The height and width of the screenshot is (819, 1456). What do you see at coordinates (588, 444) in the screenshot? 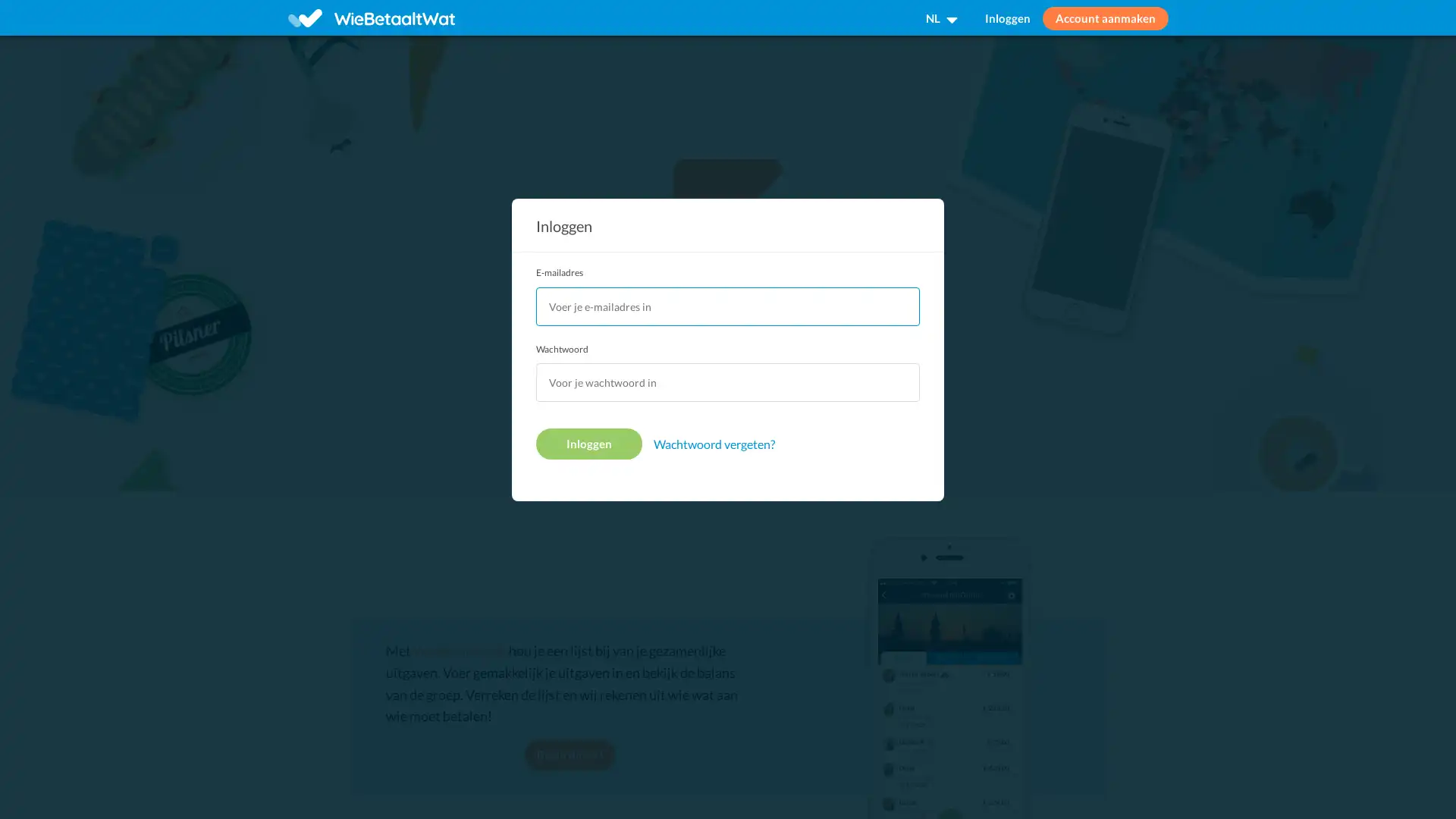
I see `Inloggen` at bounding box center [588, 444].